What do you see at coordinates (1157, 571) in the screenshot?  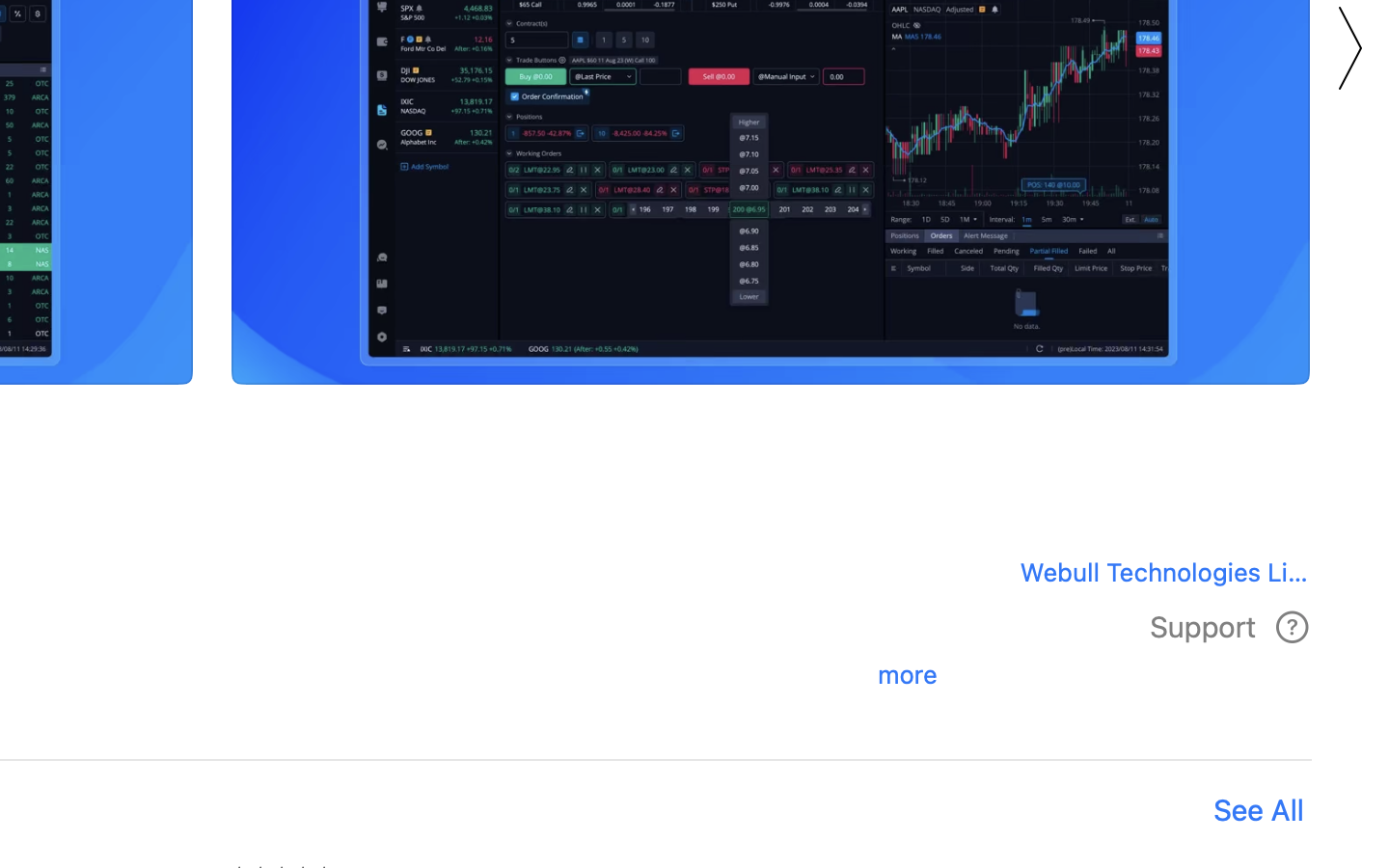 I see `'Webull Technologies Limited'` at bounding box center [1157, 571].